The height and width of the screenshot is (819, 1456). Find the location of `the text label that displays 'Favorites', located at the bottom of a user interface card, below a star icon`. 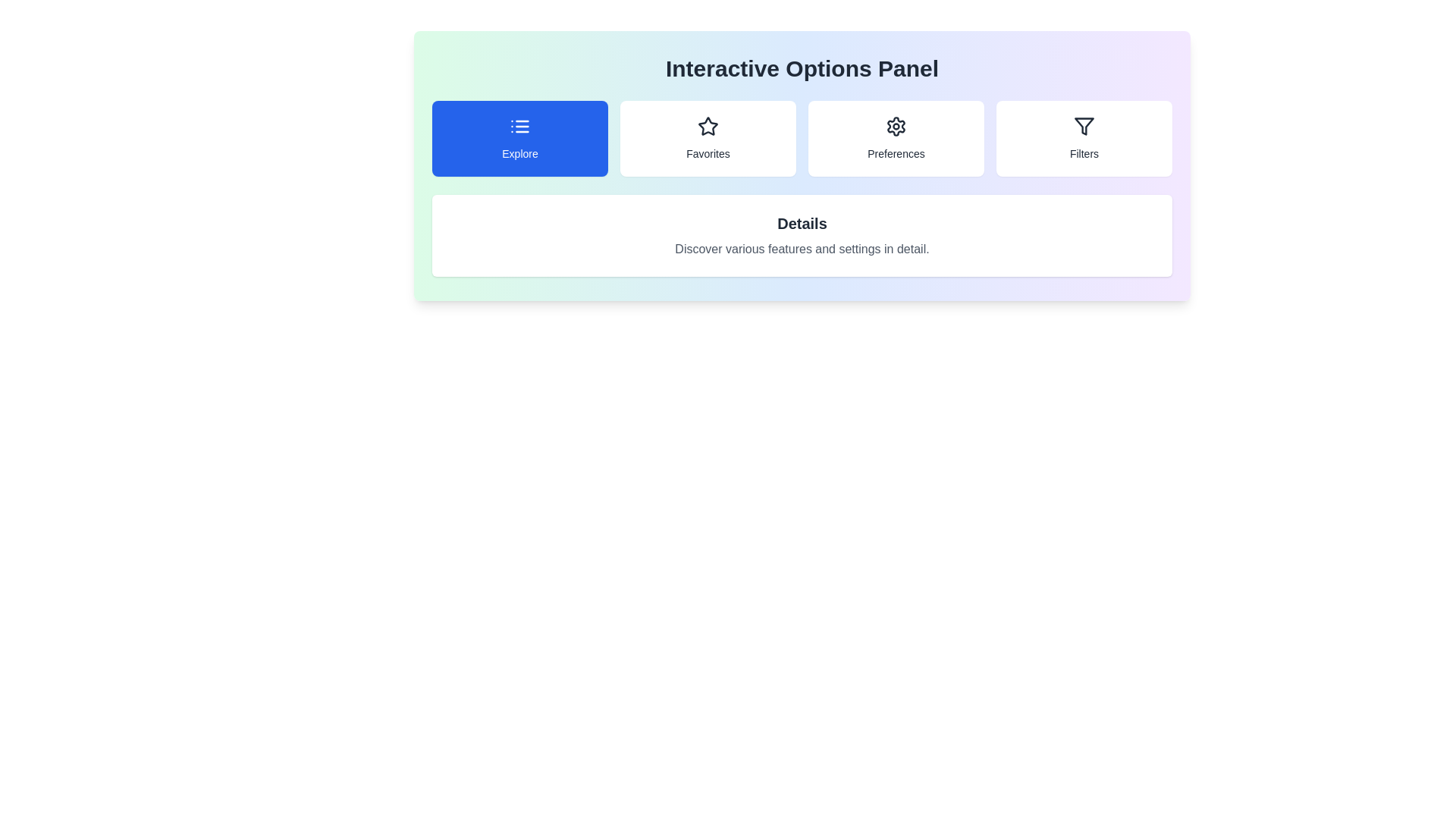

the text label that displays 'Favorites', located at the bottom of a user interface card, below a star icon is located at coordinates (708, 154).